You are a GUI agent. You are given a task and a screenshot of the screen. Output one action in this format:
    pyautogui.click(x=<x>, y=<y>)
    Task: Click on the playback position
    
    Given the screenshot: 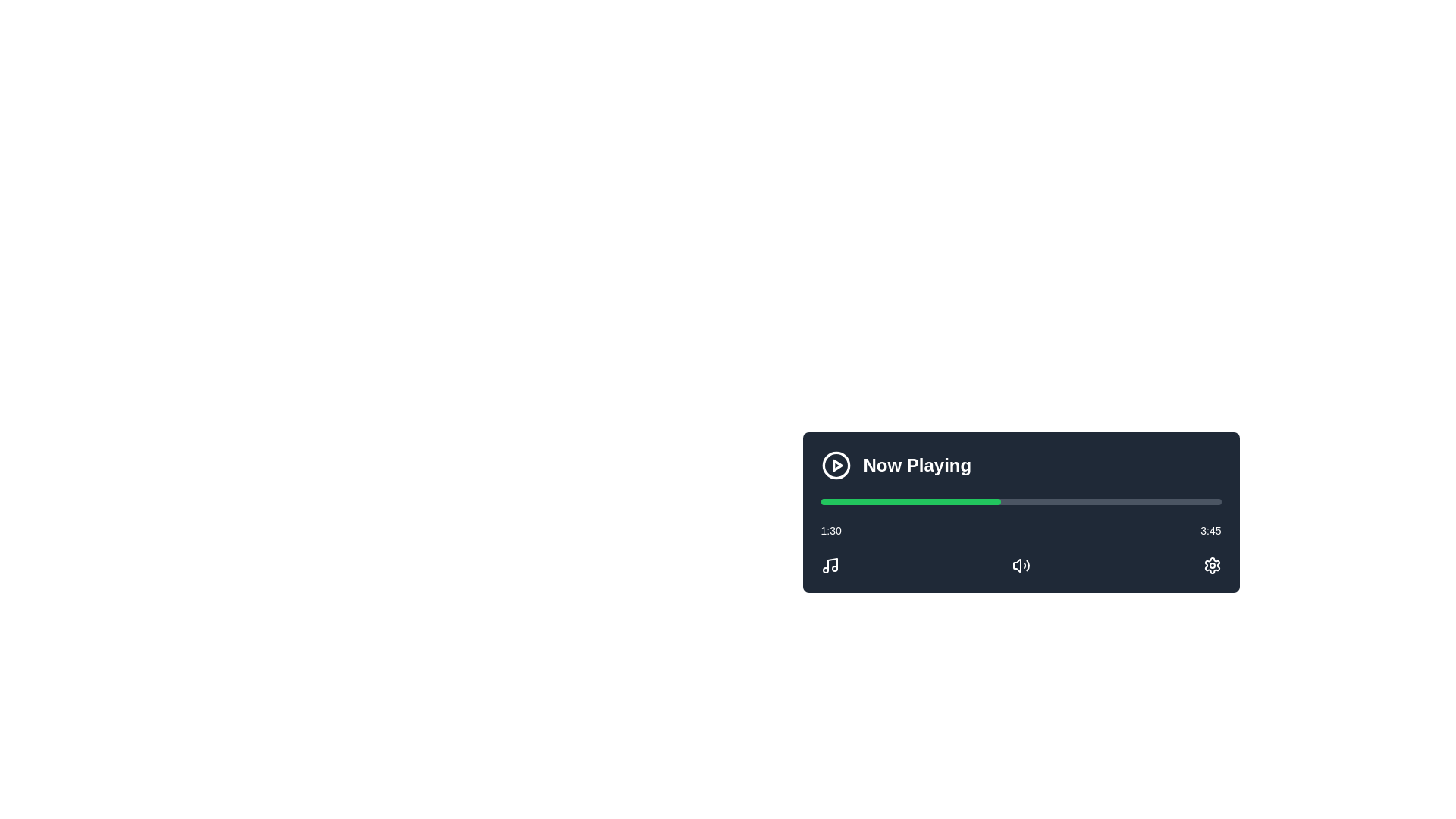 What is the action you would take?
    pyautogui.click(x=1029, y=502)
    